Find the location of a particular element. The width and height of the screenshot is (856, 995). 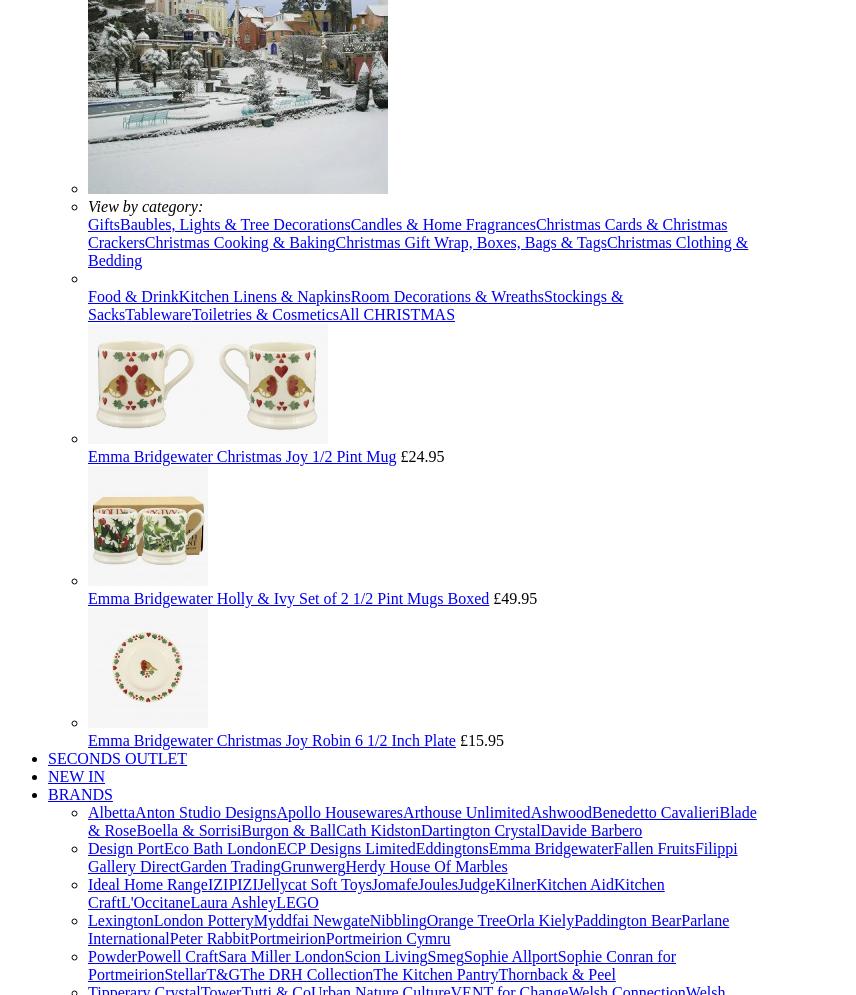

'Myddfai' is located at coordinates (252, 920).